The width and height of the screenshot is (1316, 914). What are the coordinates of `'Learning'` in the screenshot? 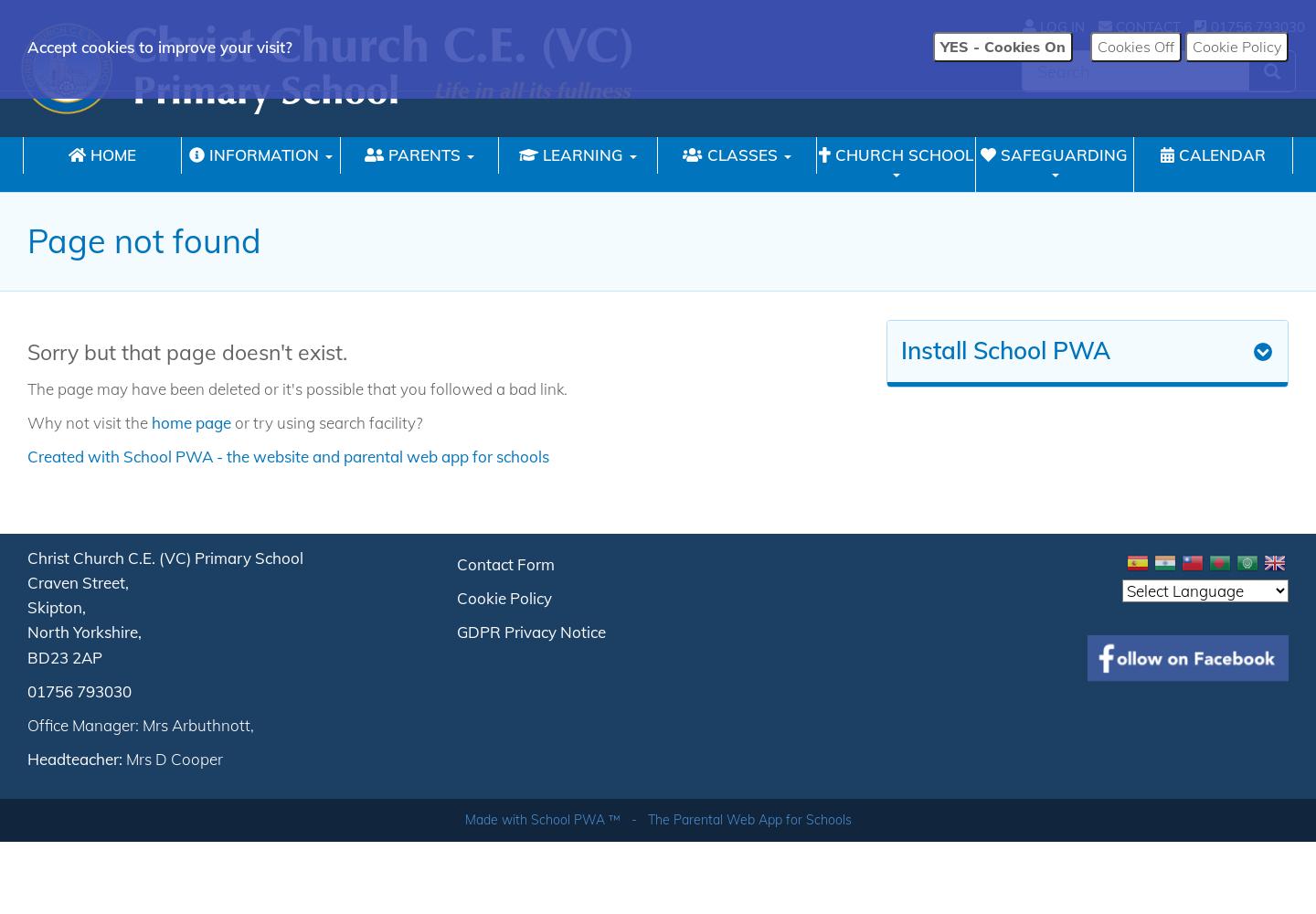 It's located at (582, 154).